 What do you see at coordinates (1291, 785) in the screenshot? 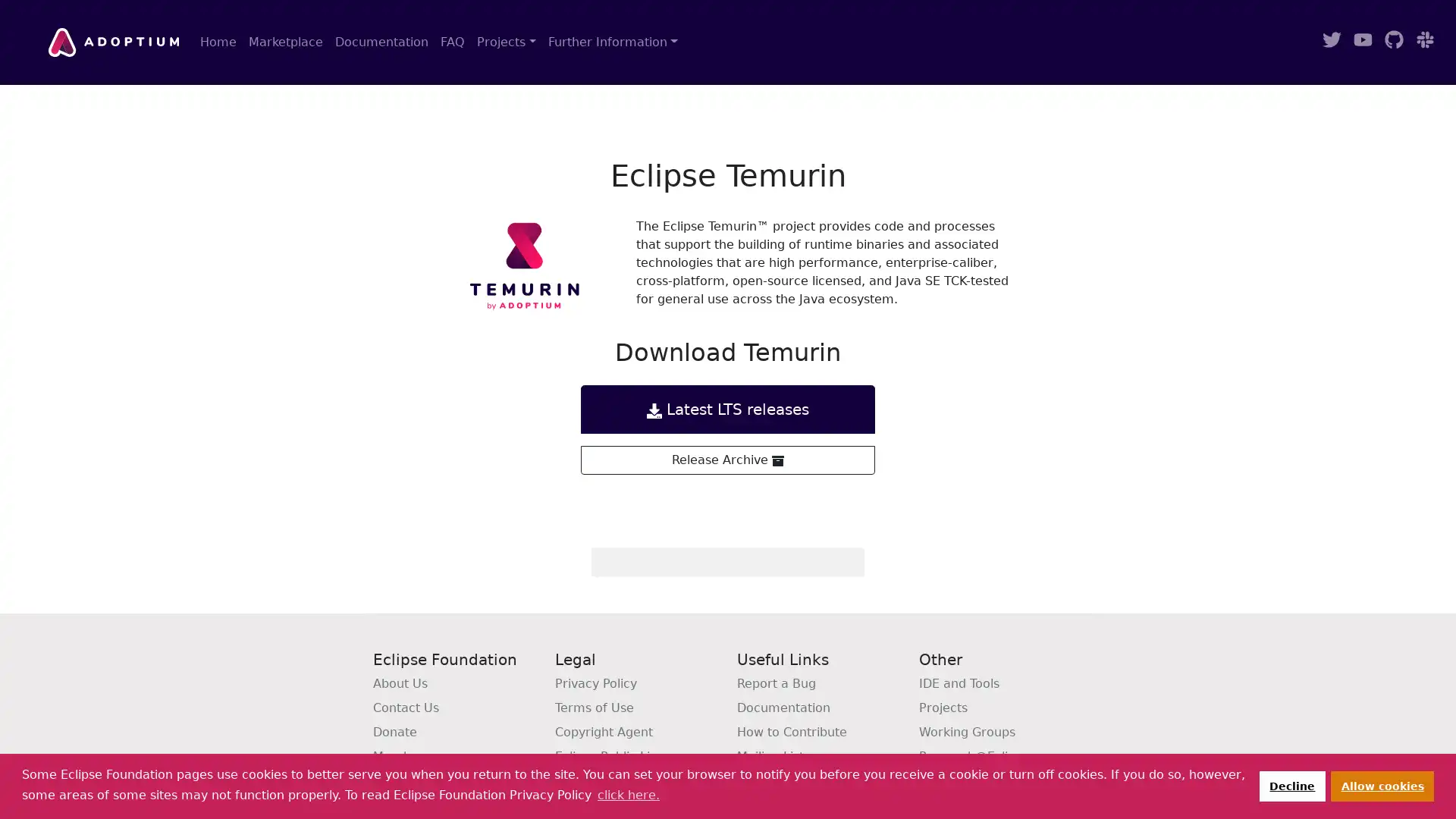
I see `deny cookies` at bounding box center [1291, 785].